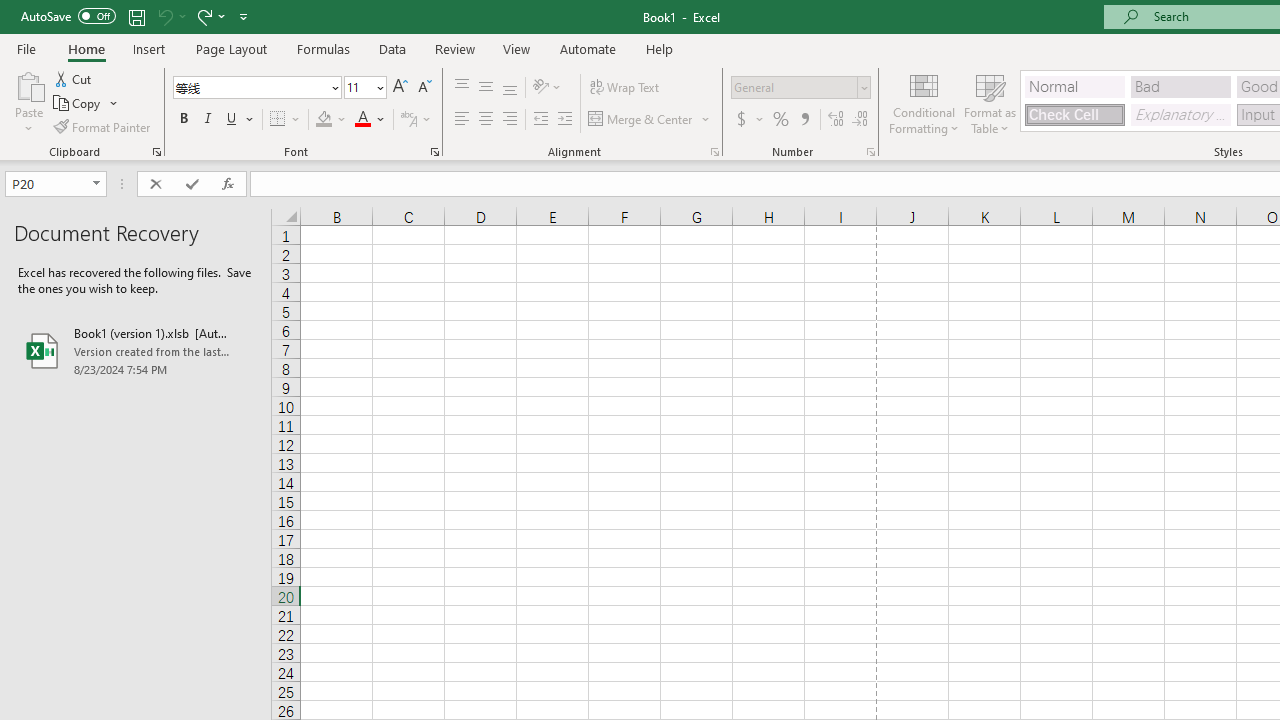 The image size is (1280, 720). I want to click on 'Font Color RGB(255, 0, 0)', so click(362, 119).